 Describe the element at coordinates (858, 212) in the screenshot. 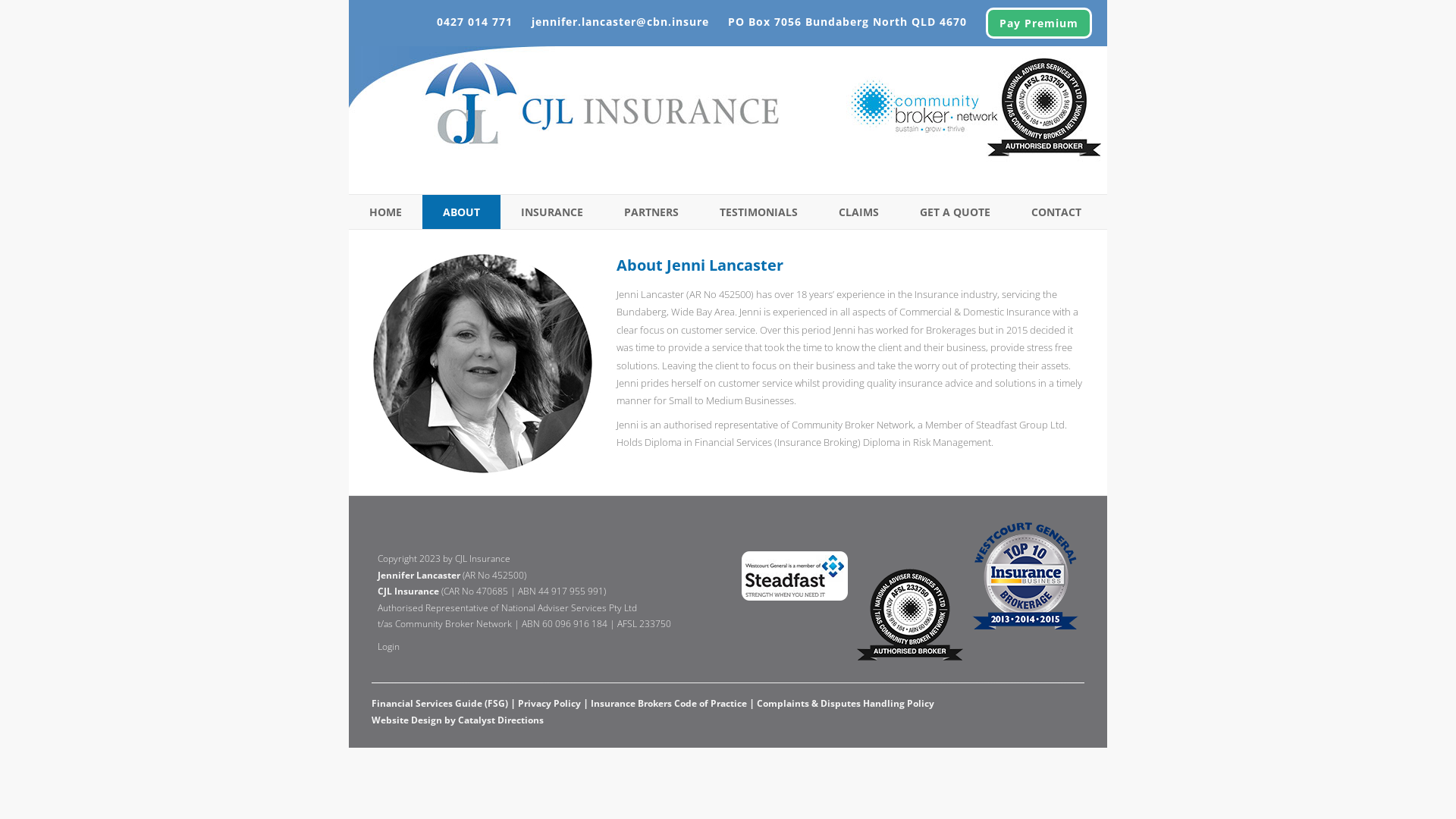

I see `'CLAIMS'` at that location.